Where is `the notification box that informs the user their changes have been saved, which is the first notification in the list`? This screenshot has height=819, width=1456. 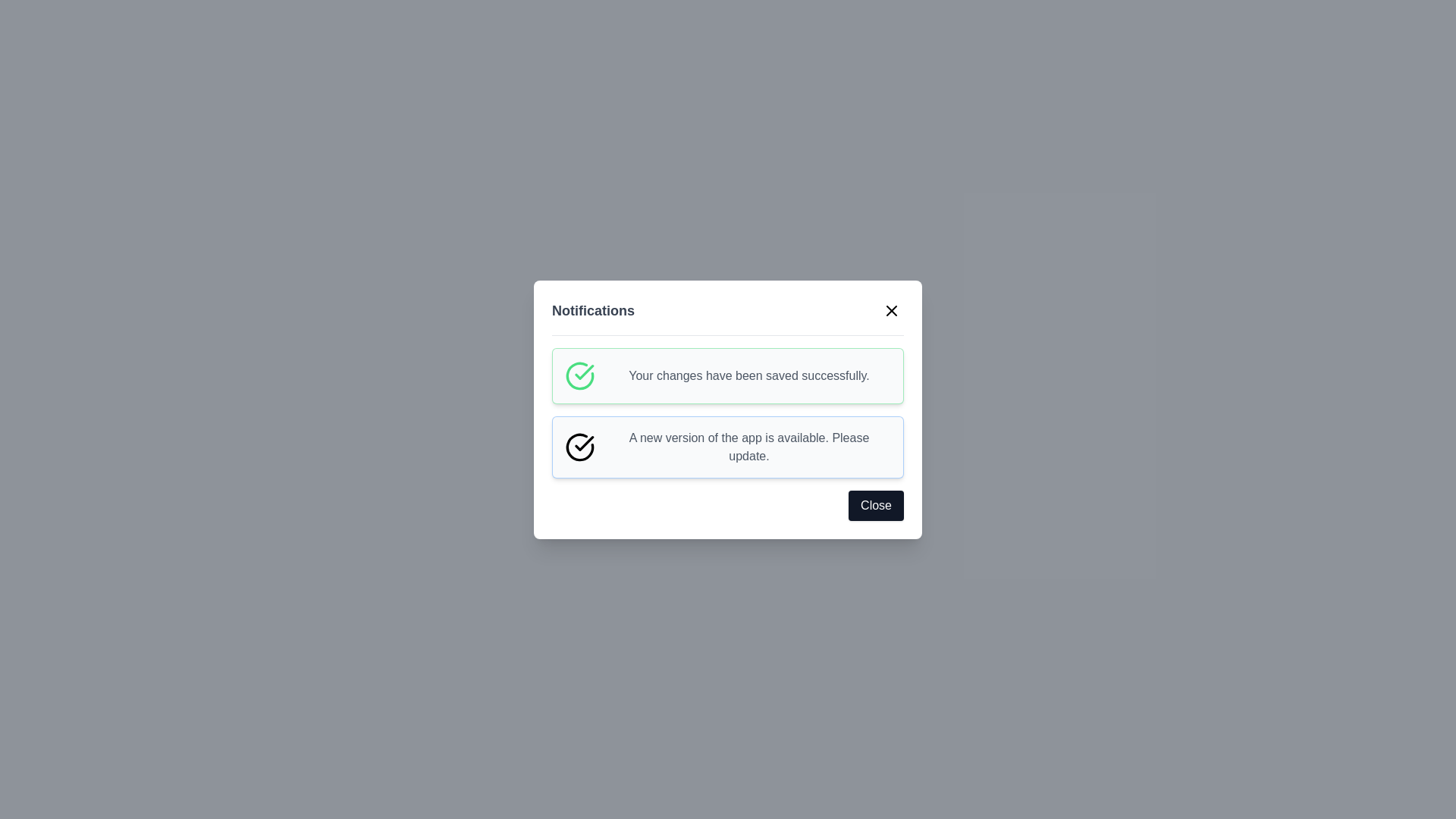
the notification box that informs the user their changes have been saved, which is the first notification in the list is located at coordinates (728, 375).